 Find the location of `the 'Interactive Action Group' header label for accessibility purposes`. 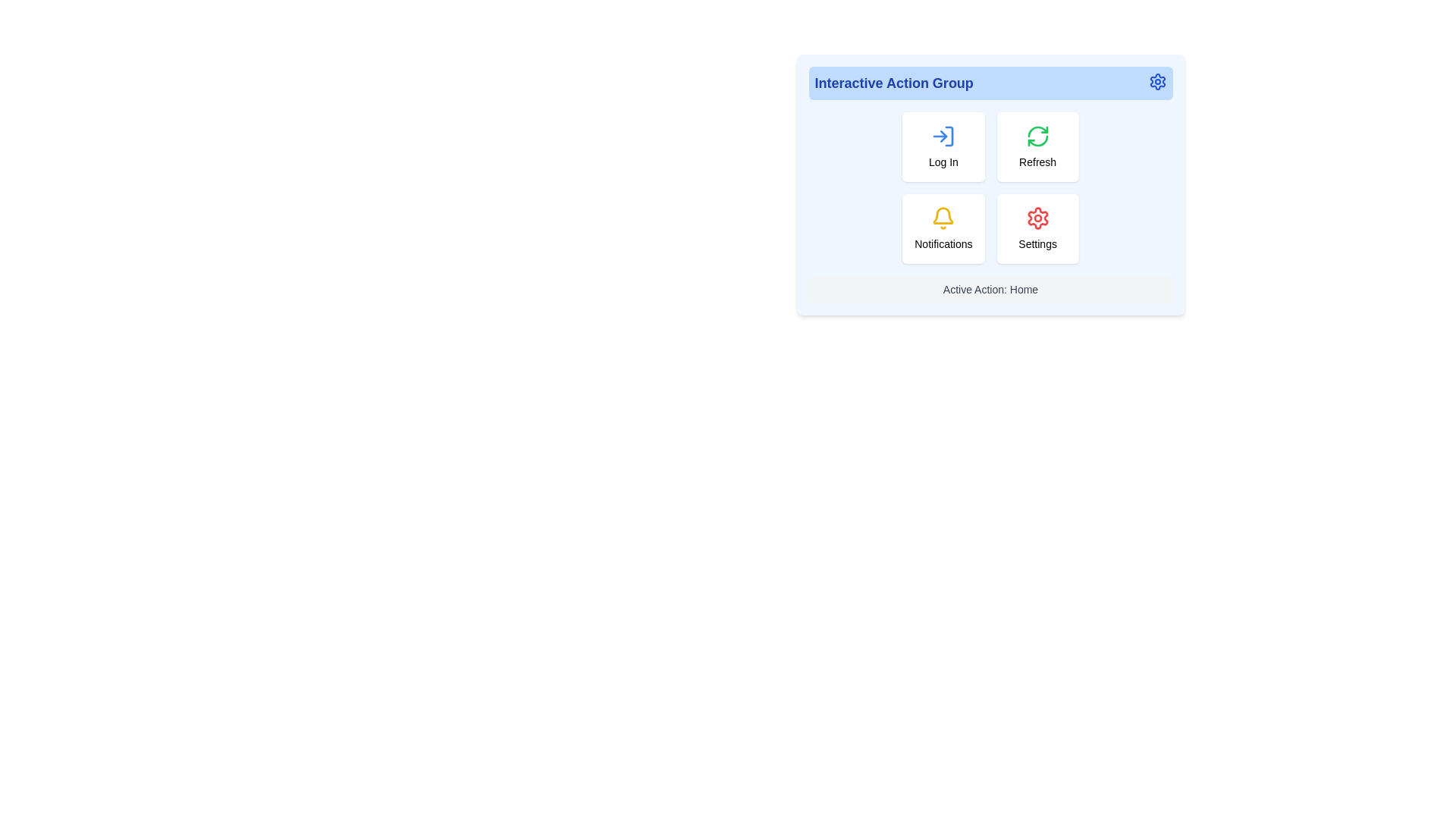

the 'Interactive Action Group' header label for accessibility purposes is located at coordinates (894, 83).